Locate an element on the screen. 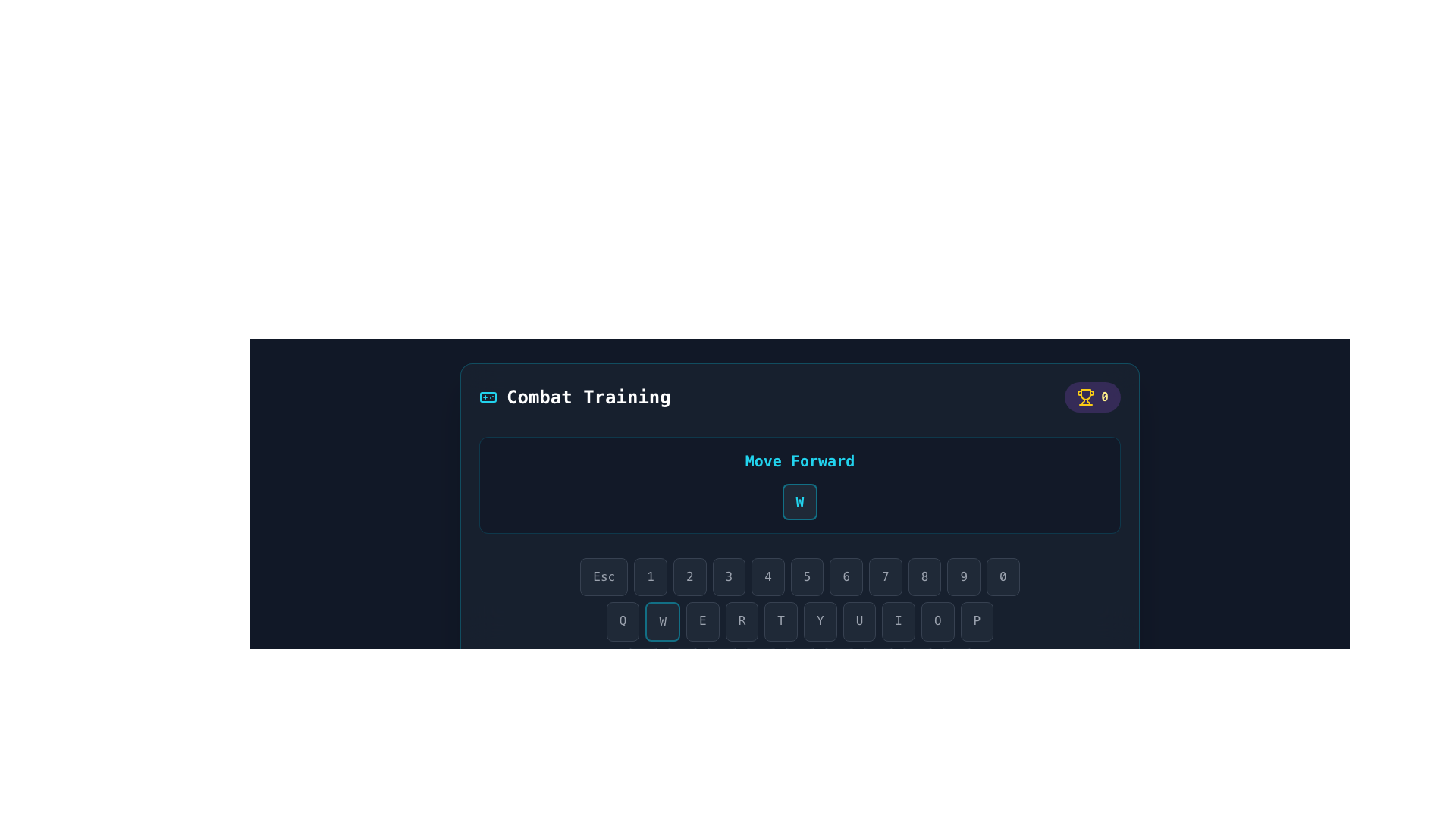  the button labeled '7' in the virtual keyboard to observe its hover effects is located at coordinates (885, 576).